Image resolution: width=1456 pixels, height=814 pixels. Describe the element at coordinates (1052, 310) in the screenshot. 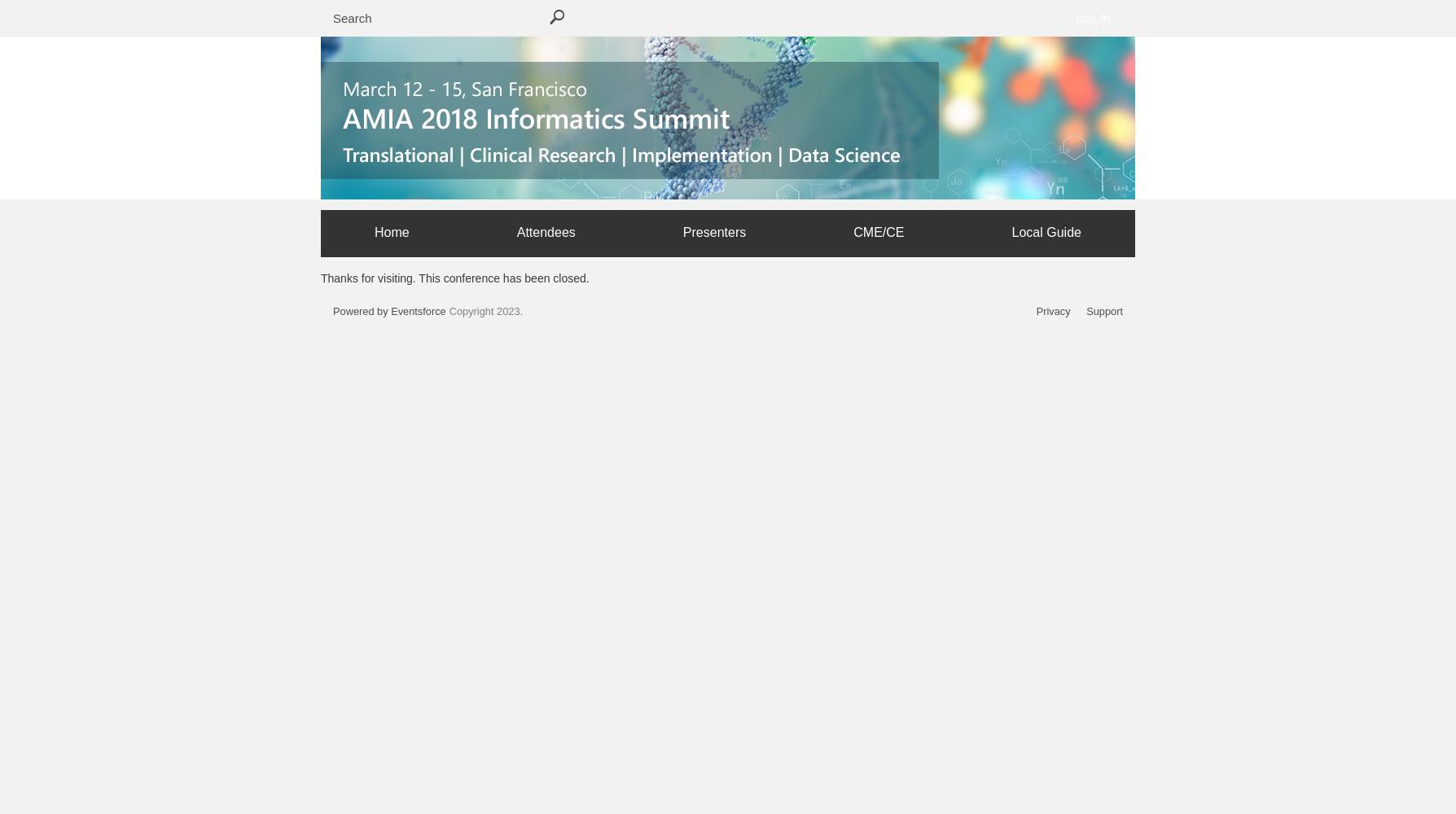

I see `'Privacy'` at that location.